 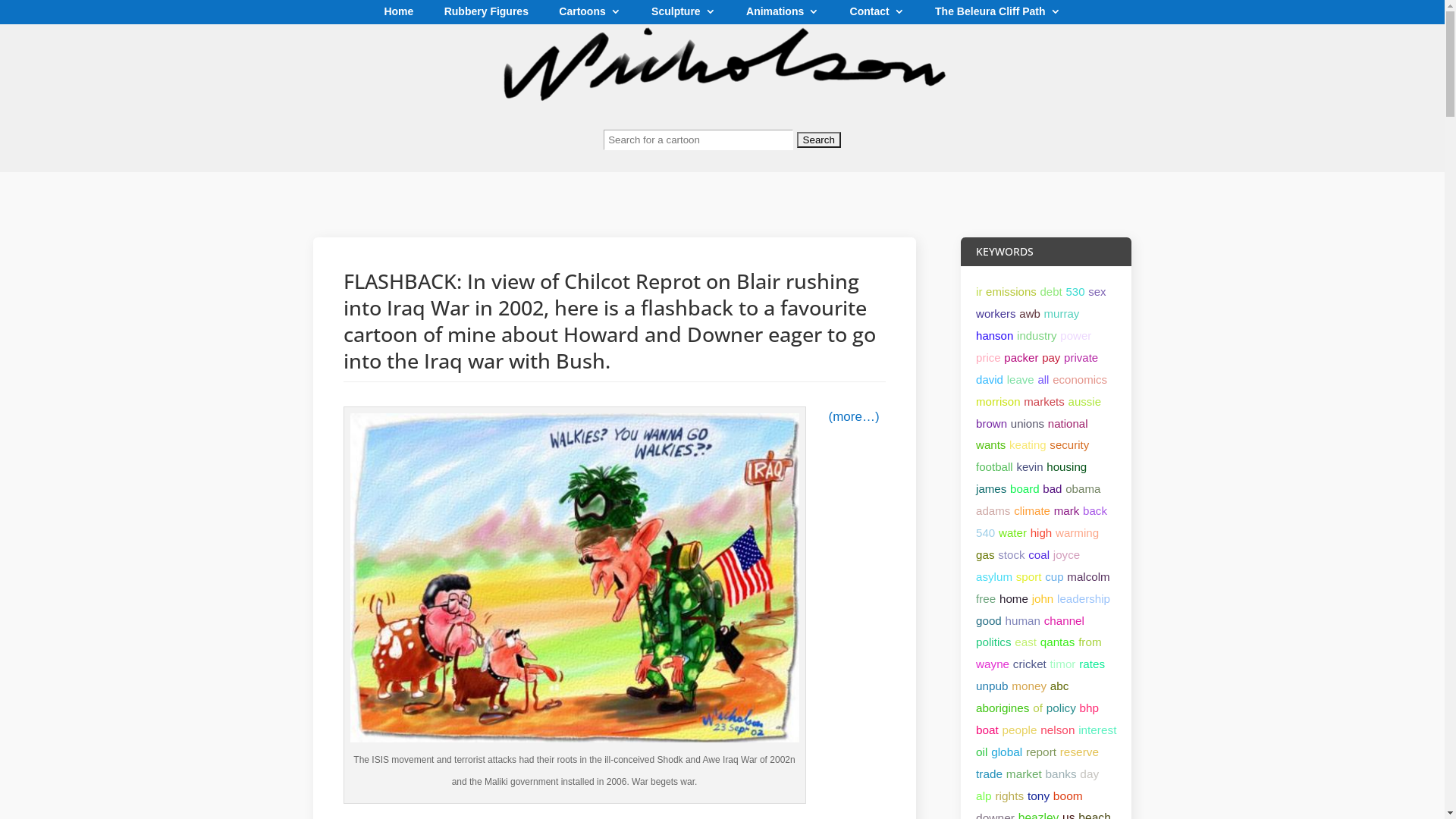 What do you see at coordinates (1088, 773) in the screenshot?
I see `'day'` at bounding box center [1088, 773].